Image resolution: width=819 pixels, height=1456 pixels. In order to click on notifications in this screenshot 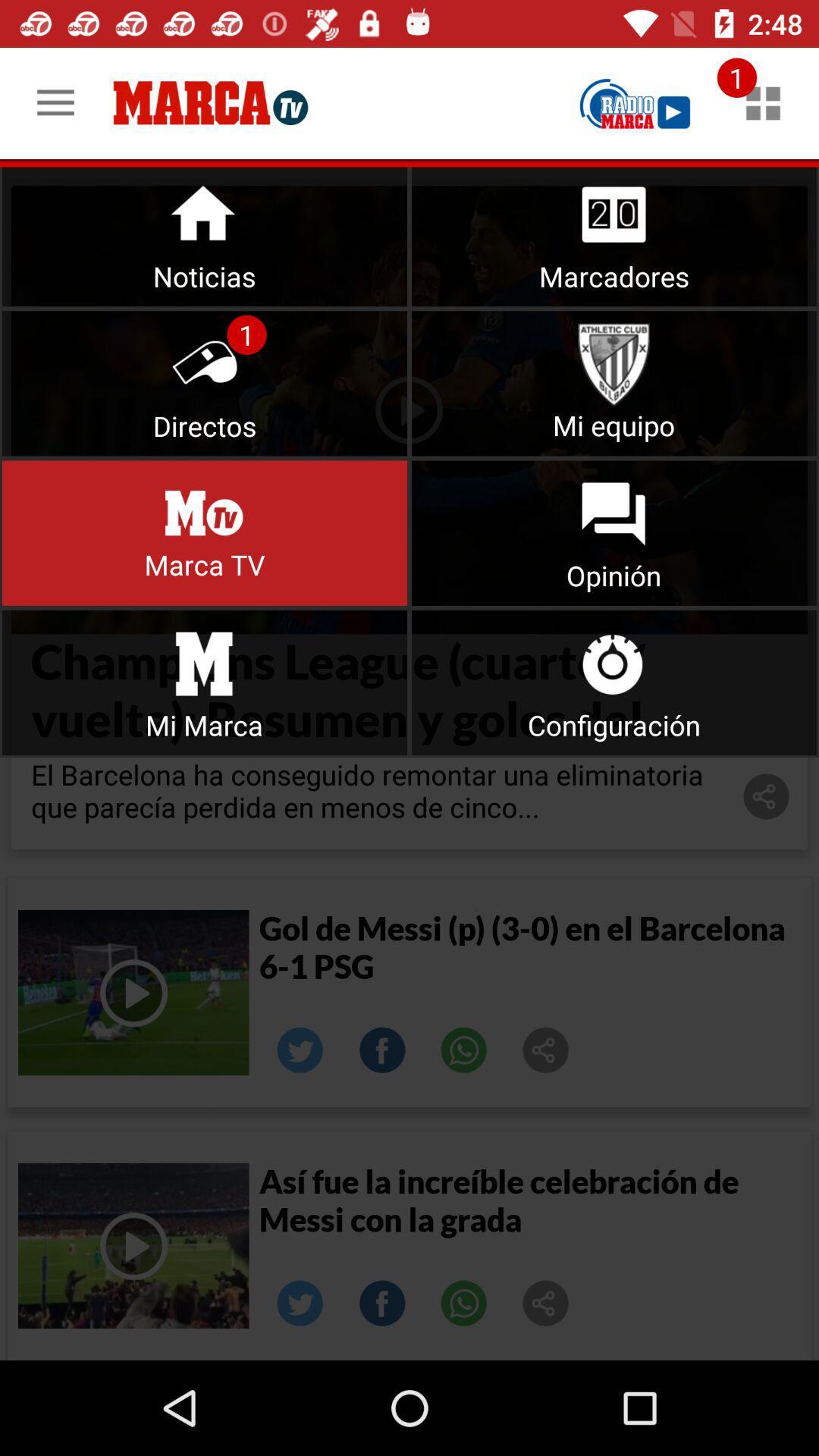, I will do `click(763, 102)`.